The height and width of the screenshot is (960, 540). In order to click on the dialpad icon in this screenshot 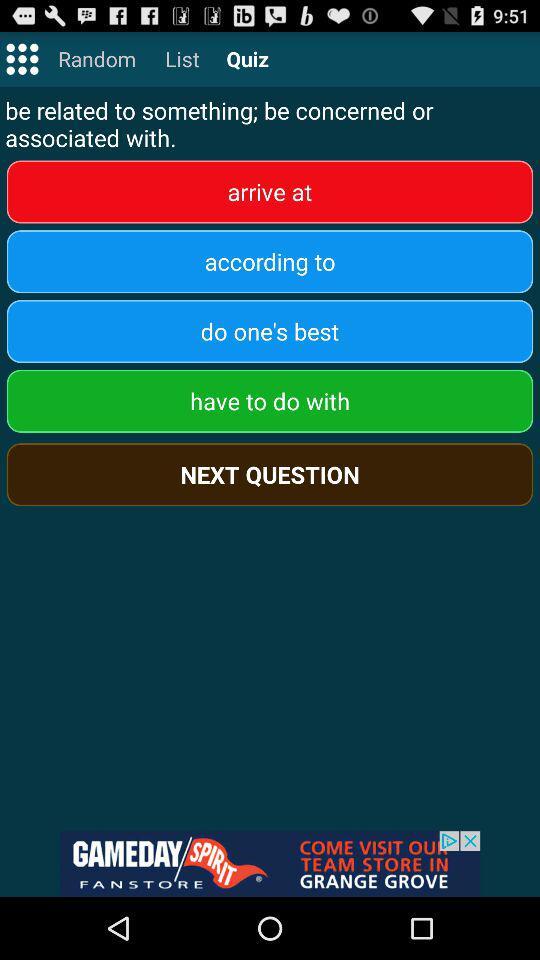, I will do `click(21, 63)`.